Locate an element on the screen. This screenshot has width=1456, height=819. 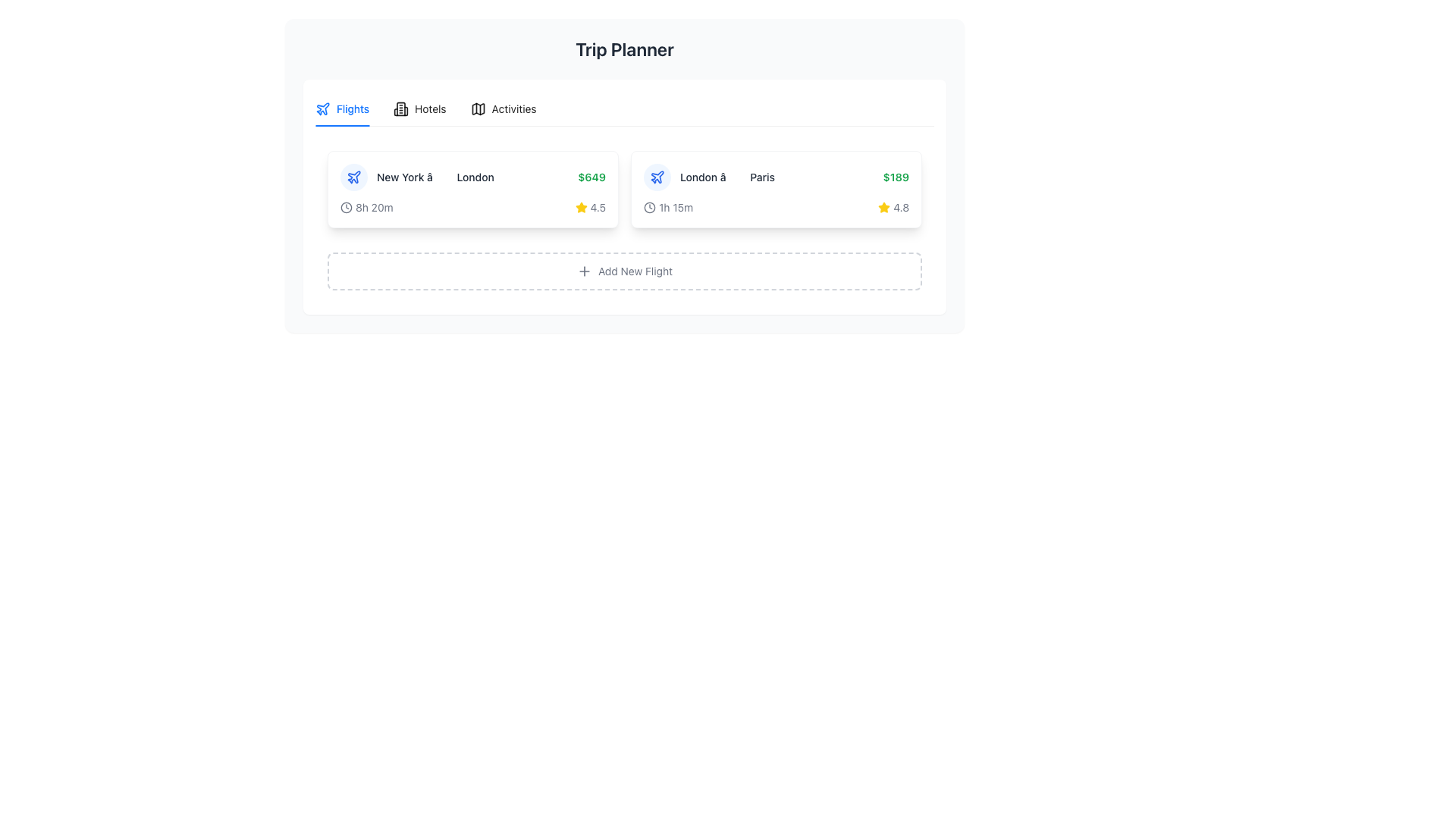
the activities tab located between the 'Hotels' tab and the content area in the navigation bar is located at coordinates (503, 108).